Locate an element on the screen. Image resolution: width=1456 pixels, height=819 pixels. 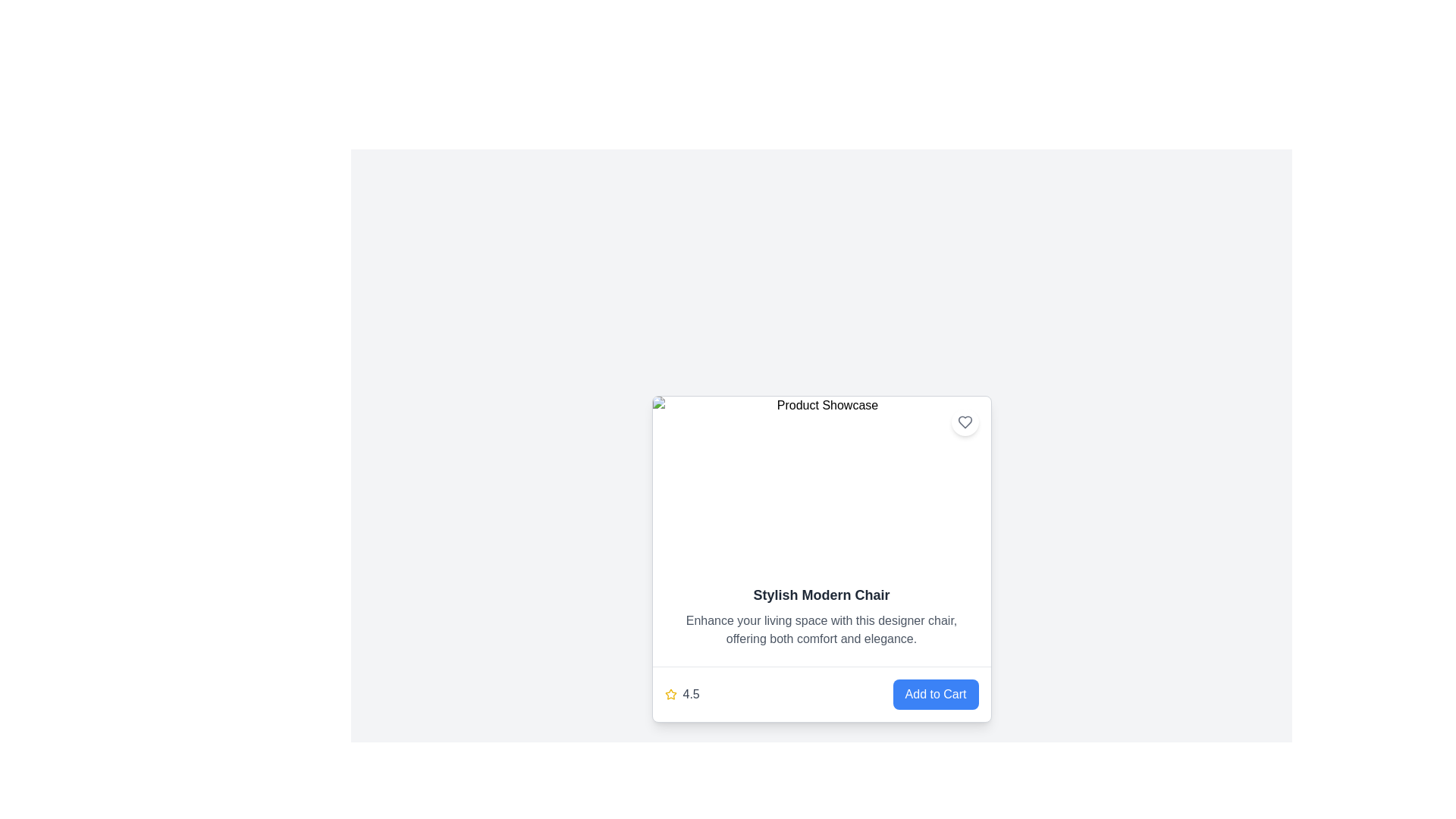
text presented in the text block located directly below the bold title 'Stylish Modern Chair' is located at coordinates (821, 629).